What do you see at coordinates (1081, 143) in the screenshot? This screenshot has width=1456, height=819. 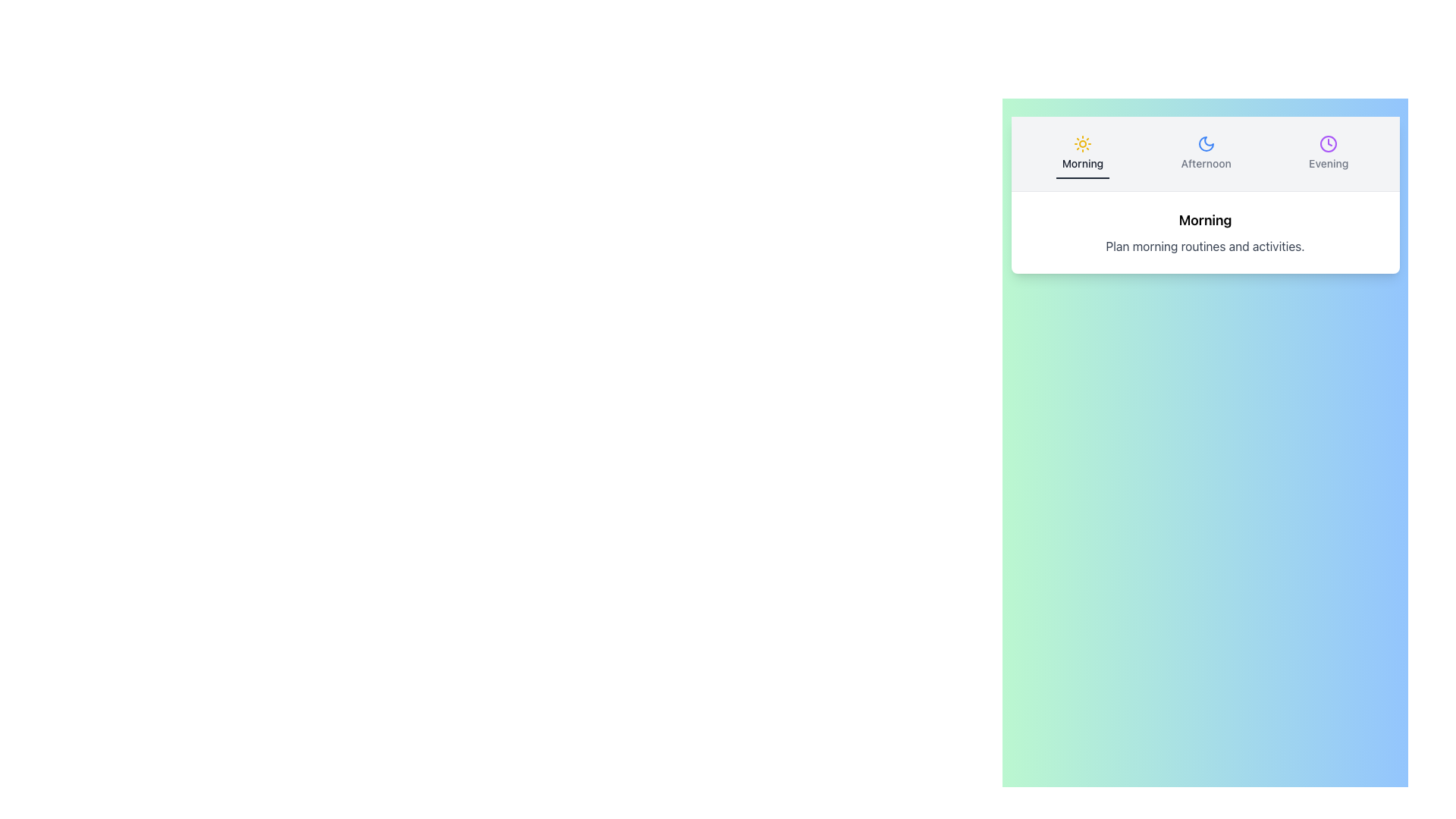 I see `the 'Morning' icon in the top navigation section` at bounding box center [1081, 143].